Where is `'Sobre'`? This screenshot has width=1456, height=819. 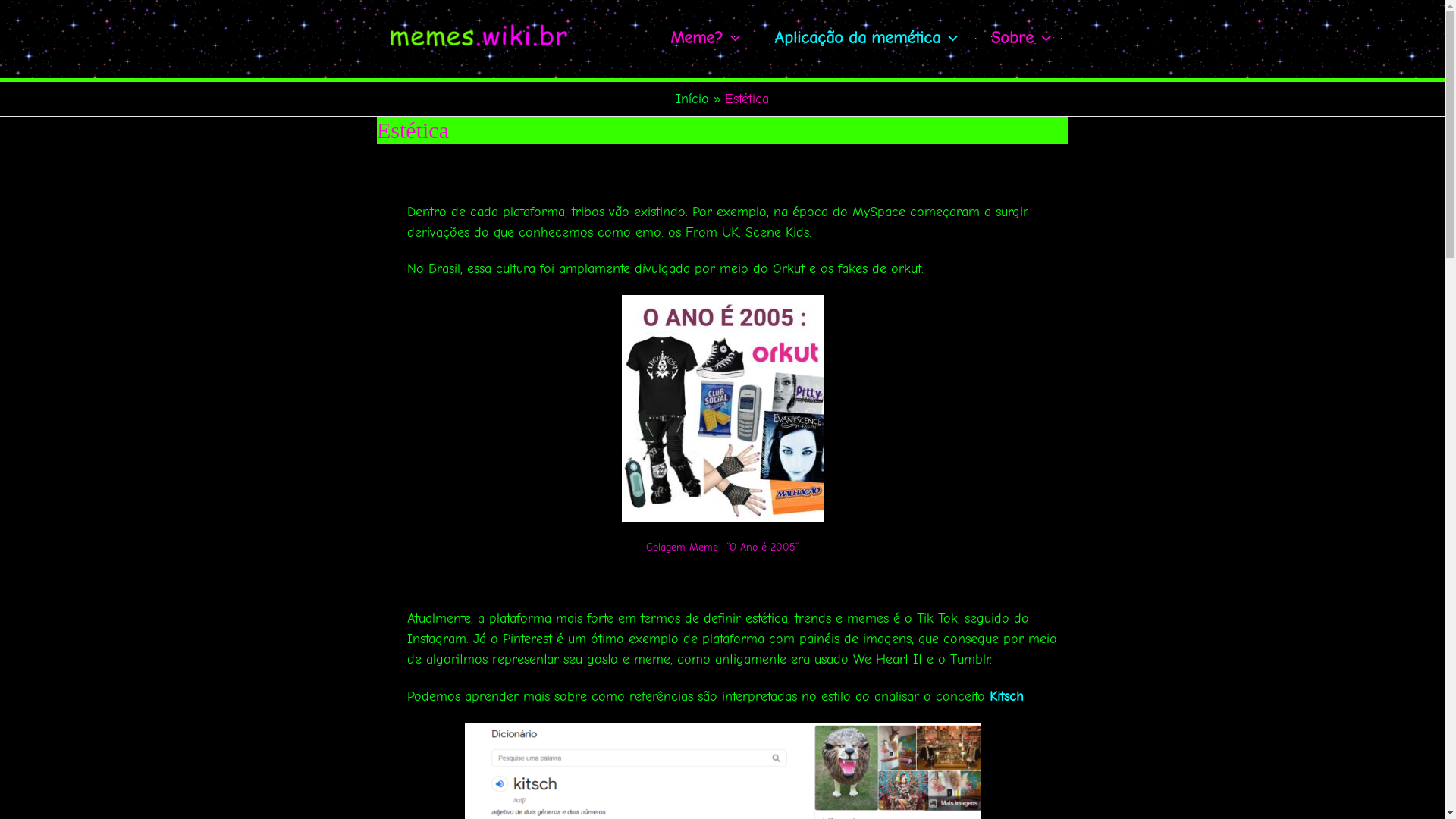
'Sobre' is located at coordinates (1021, 37).